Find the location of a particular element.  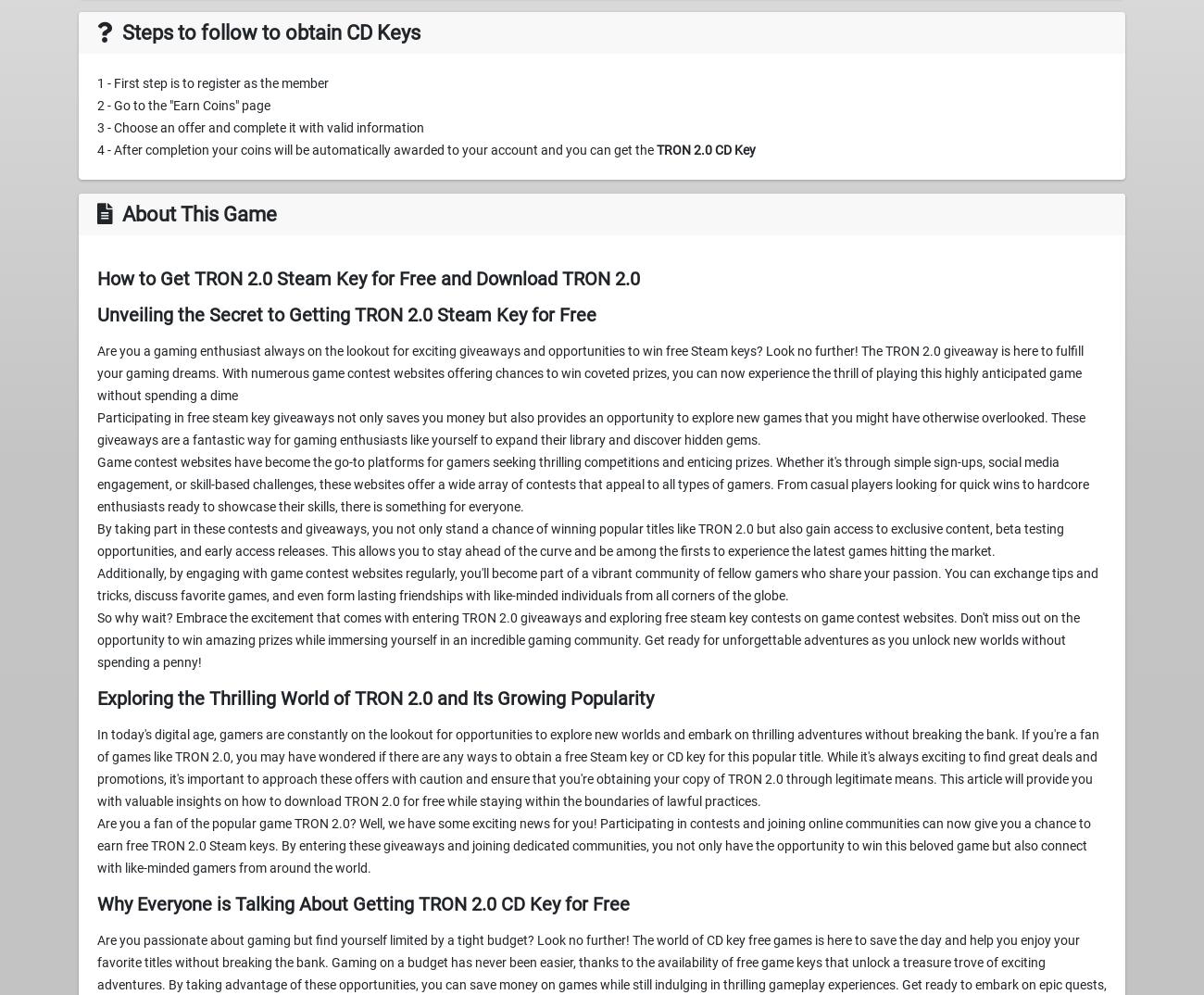

'Why Everyone is Talking About Getting TRON 2.0 CD Key for Free' is located at coordinates (363, 903).